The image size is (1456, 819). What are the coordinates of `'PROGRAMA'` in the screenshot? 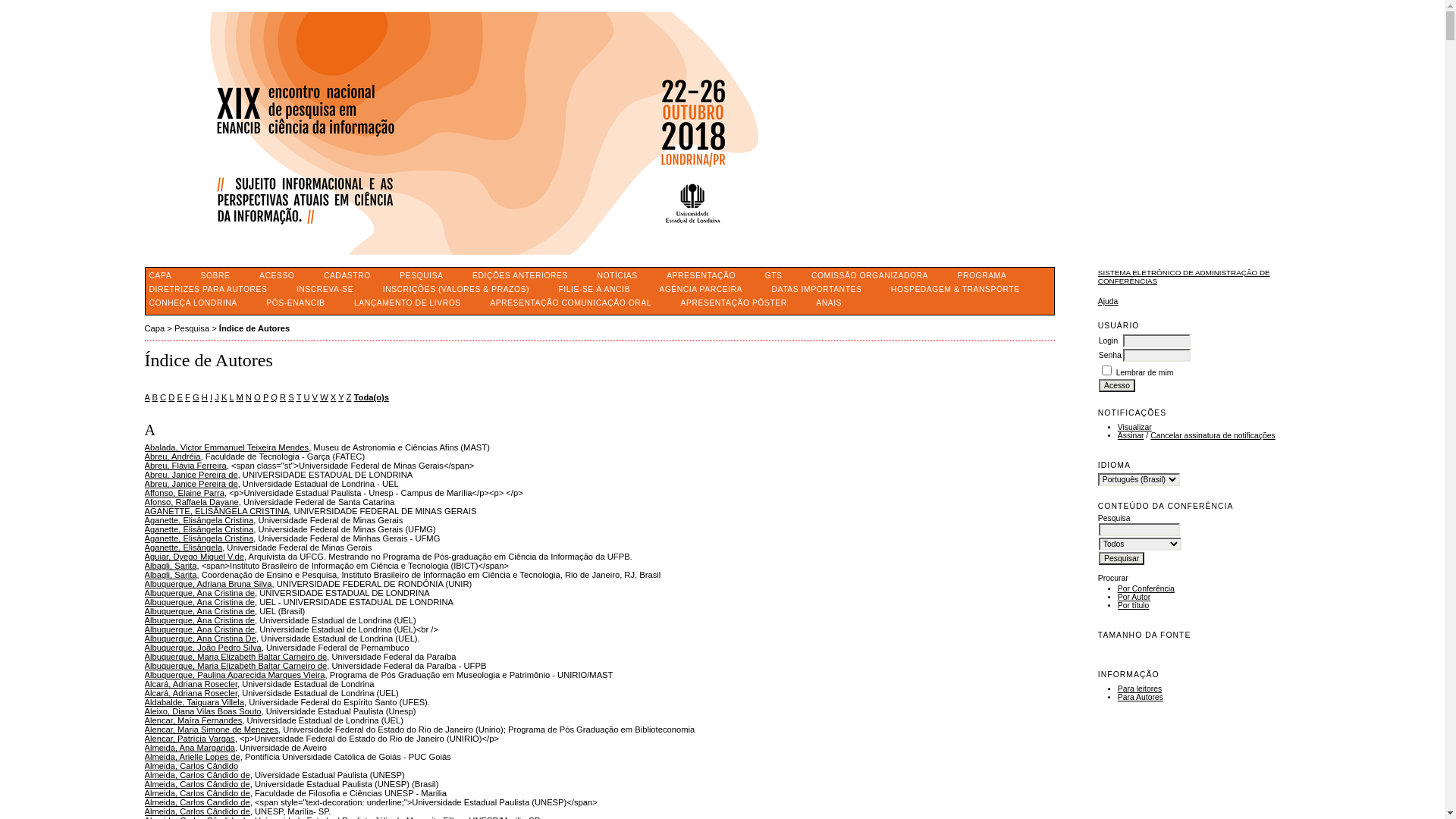 It's located at (981, 275).